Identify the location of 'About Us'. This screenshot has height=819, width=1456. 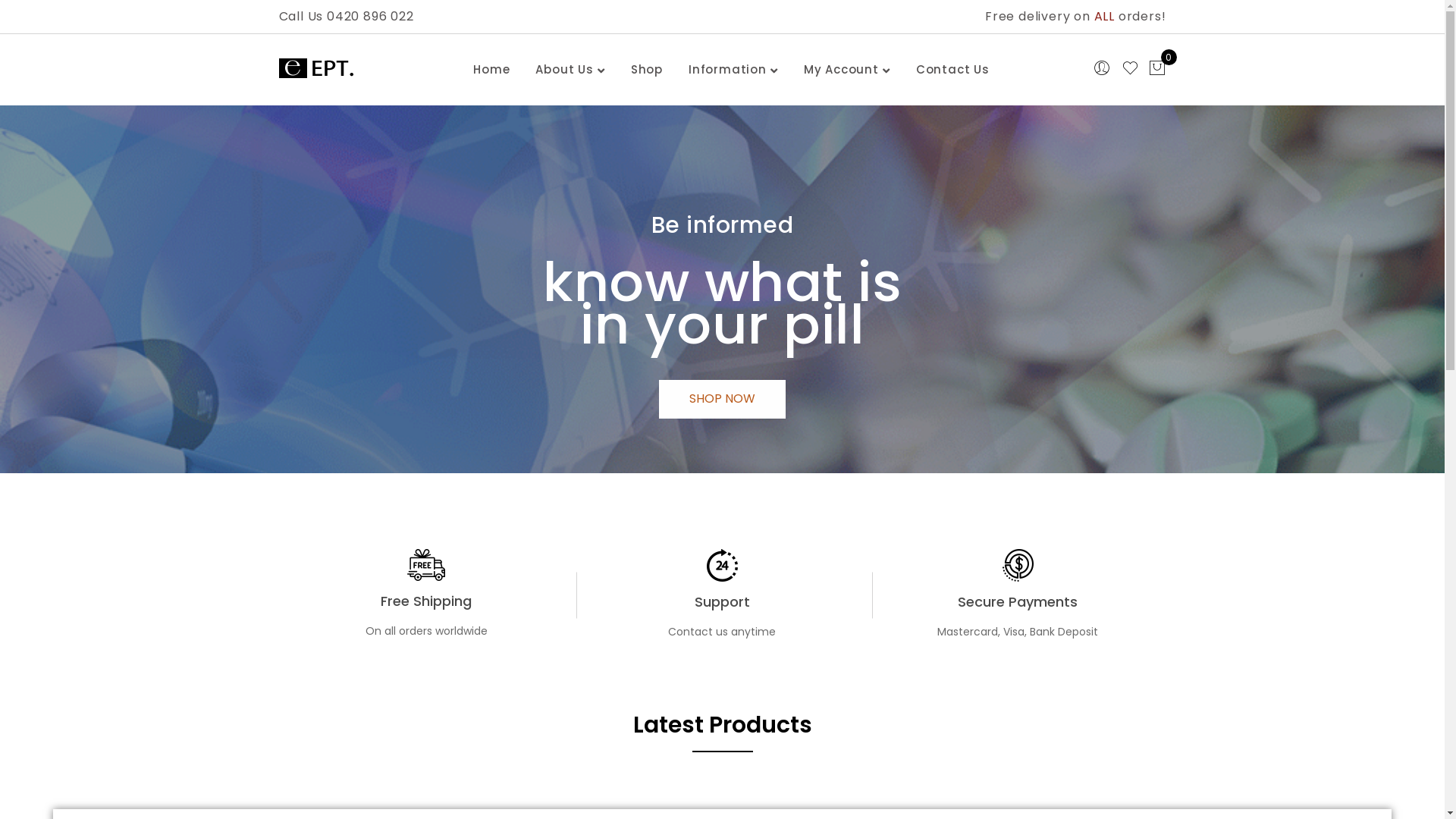
(563, 70).